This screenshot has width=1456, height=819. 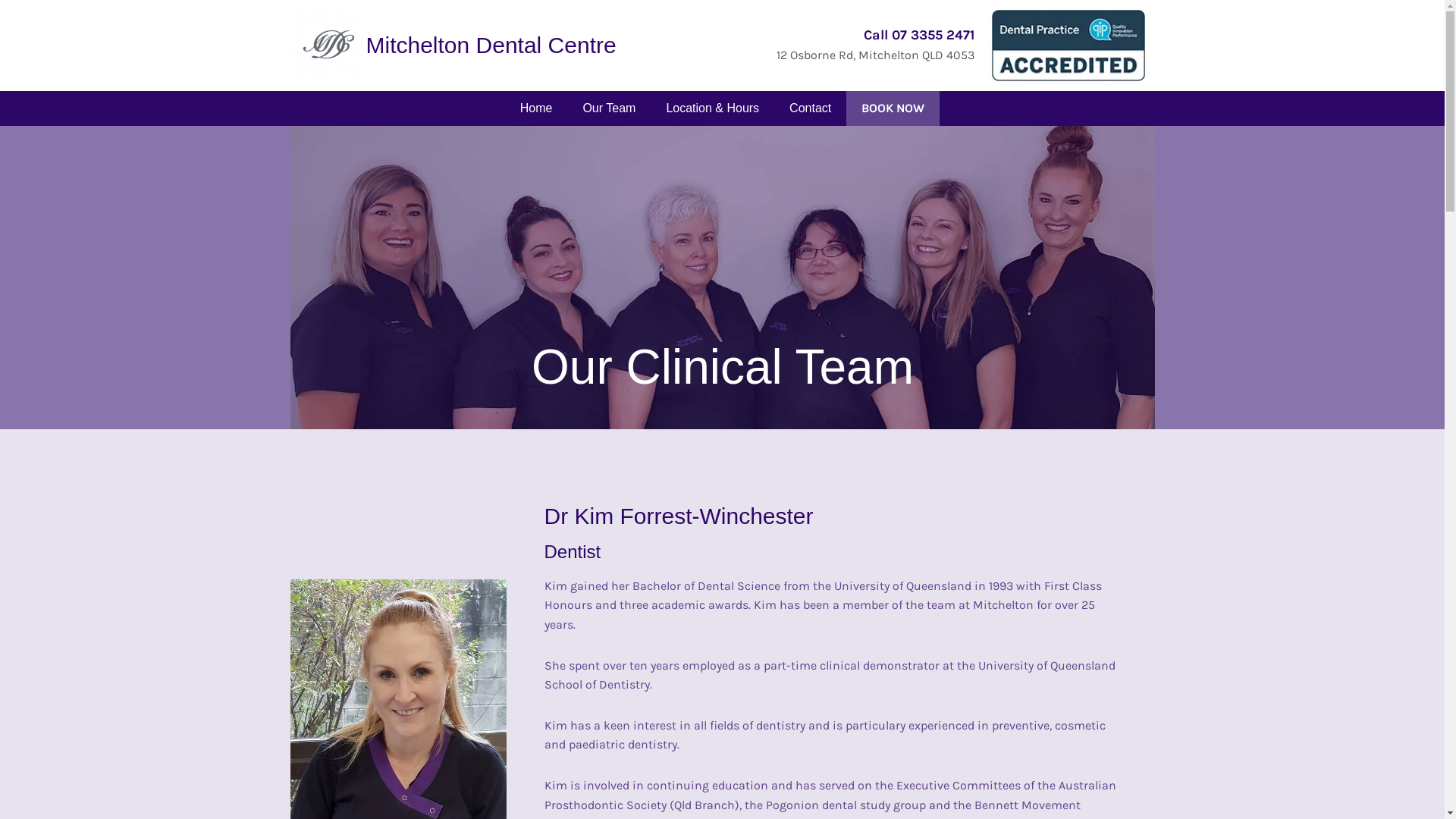 I want to click on 'Call 07 3355 2471', so click(x=917, y=34).